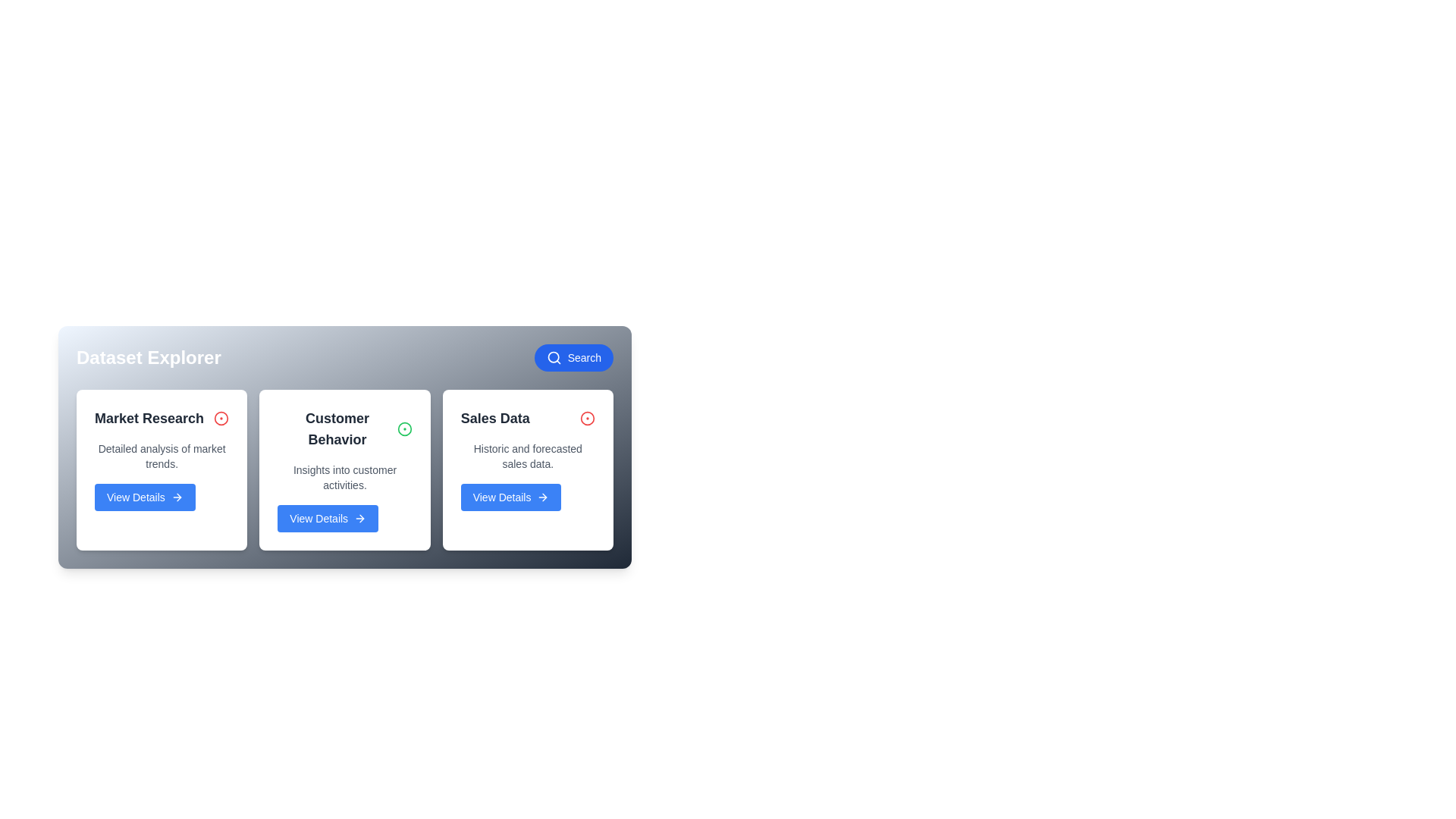 This screenshot has width=1456, height=819. What do you see at coordinates (404, 429) in the screenshot?
I see `the dataset identified by Customer Behavior` at bounding box center [404, 429].